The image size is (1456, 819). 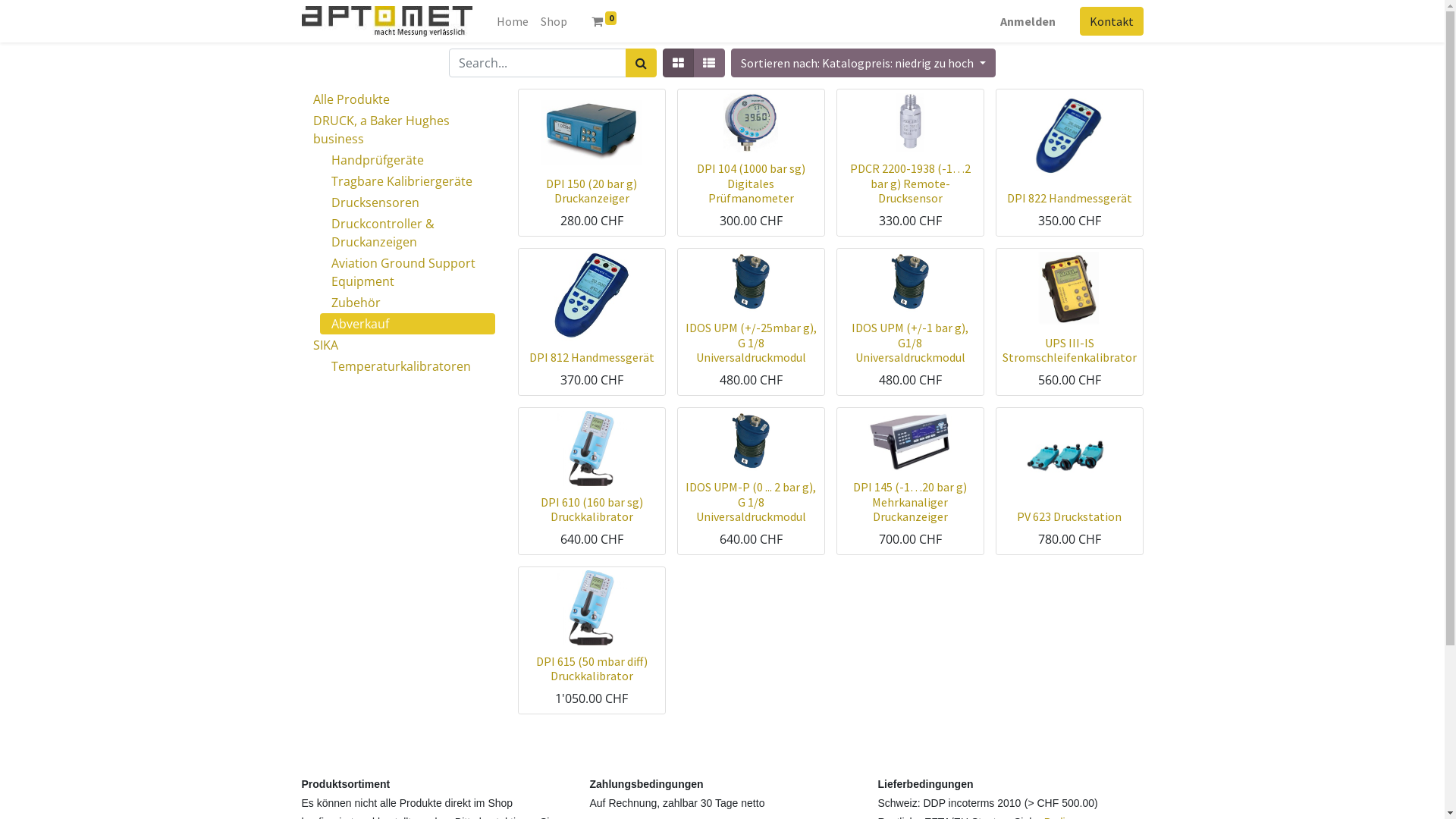 I want to click on 'PV 623 Druckstation', so click(x=1016, y=516).